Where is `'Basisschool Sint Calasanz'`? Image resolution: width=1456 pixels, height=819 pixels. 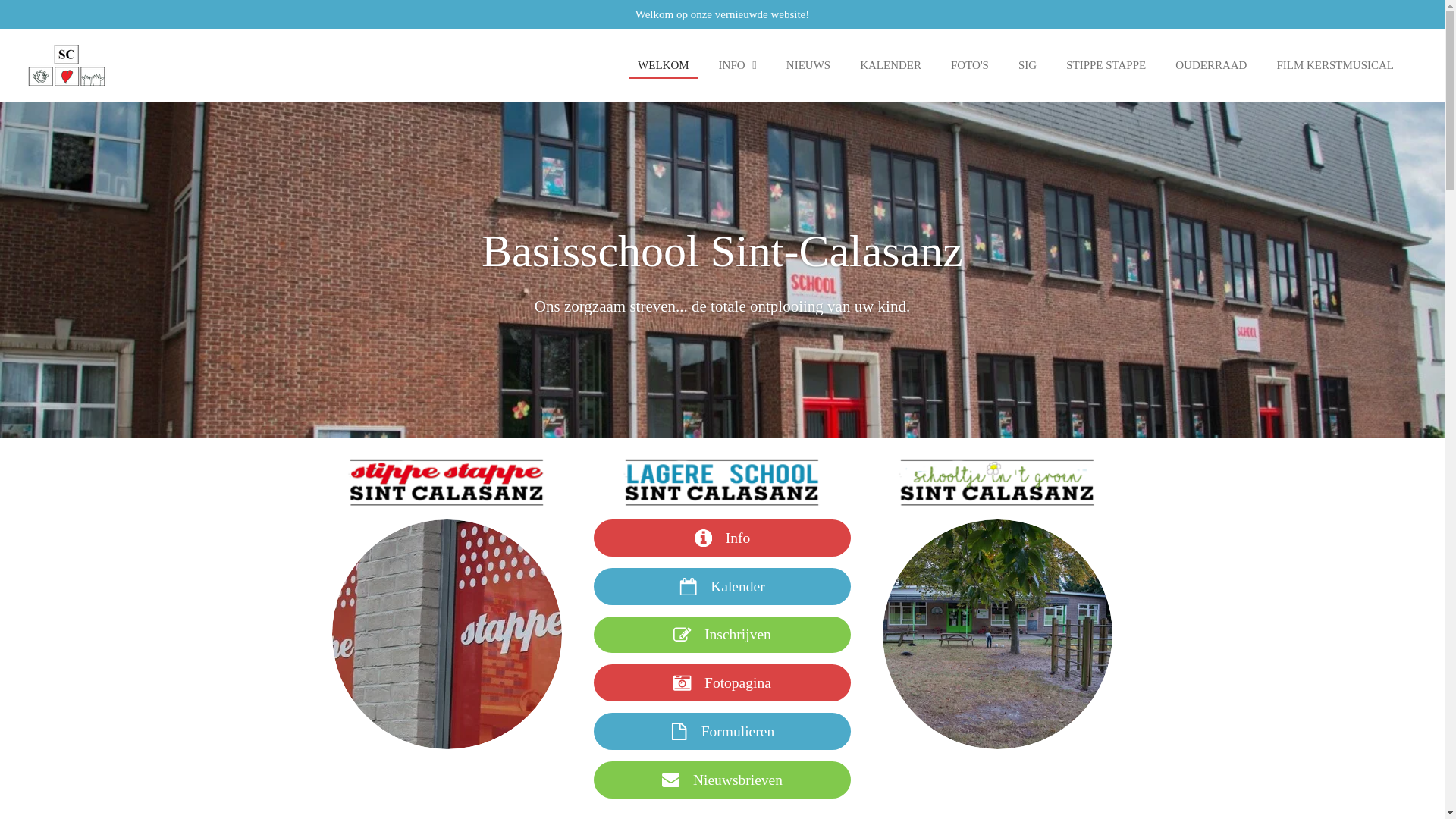
'Basisschool Sint Calasanz' is located at coordinates (67, 64).